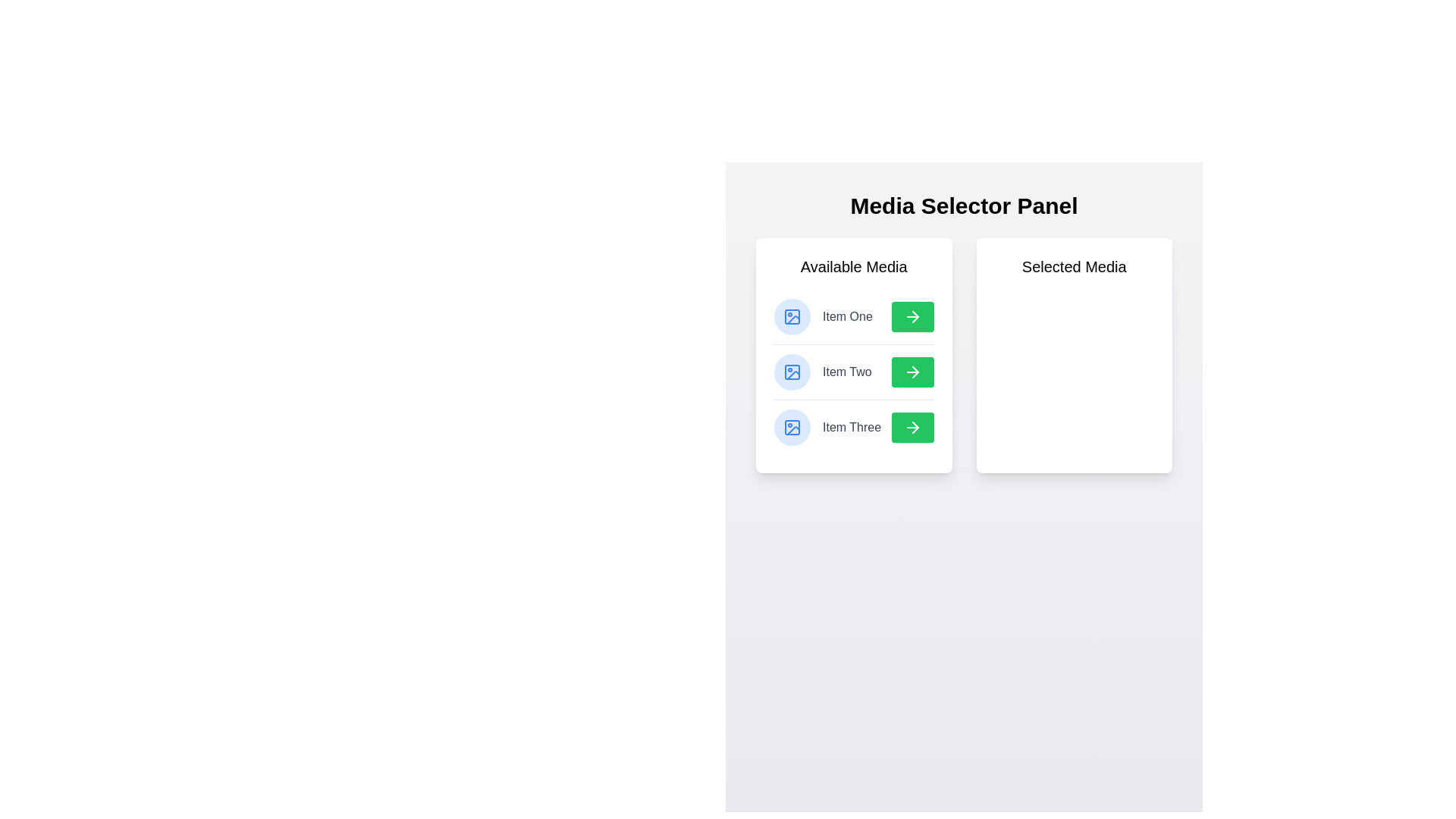  Describe the element at coordinates (854, 372) in the screenshot. I see `the second item labeled 'Item Two' in the list of selectable media items within the 'Available Media' panel` at that location.